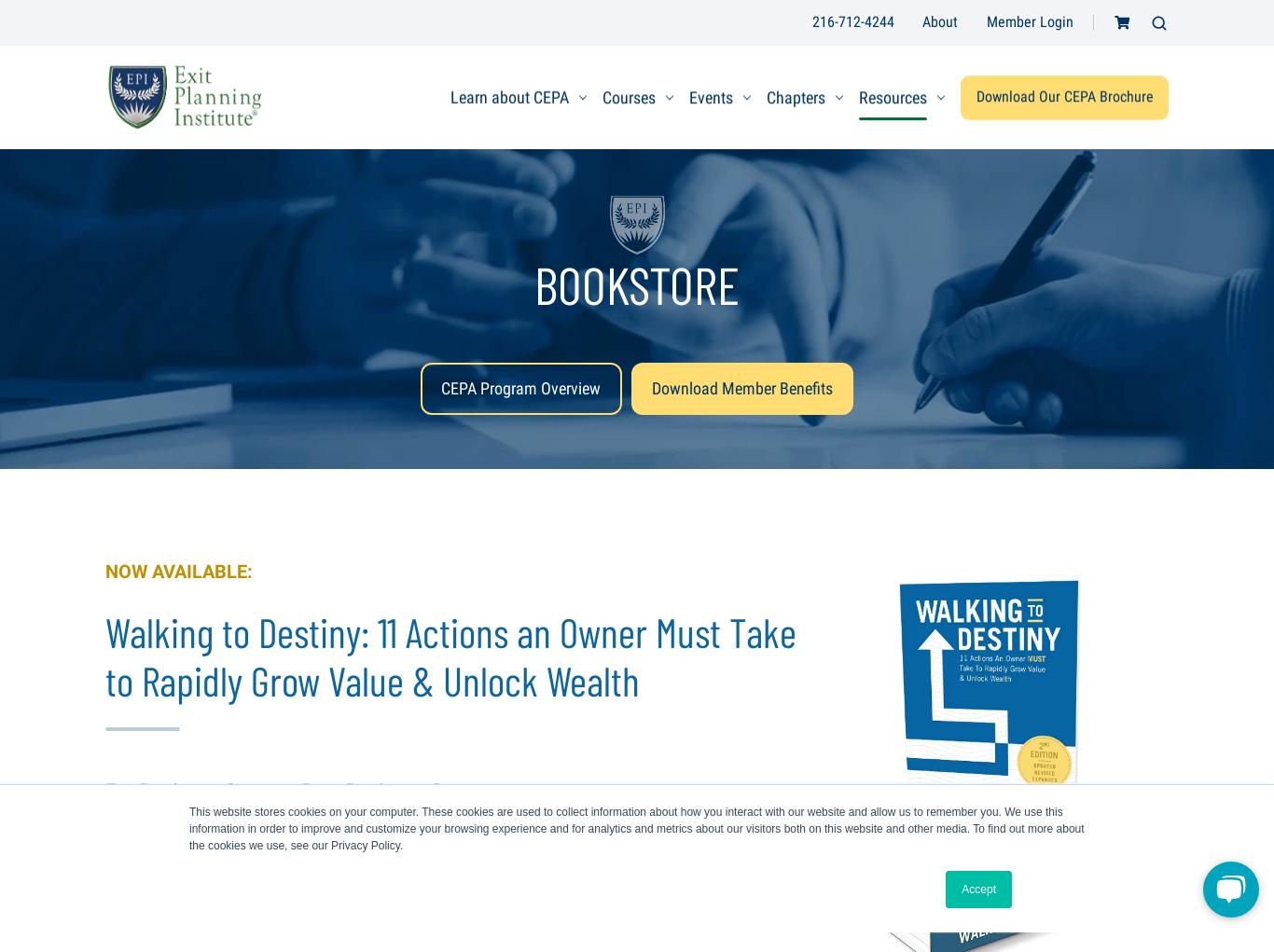 The image size is (1274, 952). Describe the element at coordinates (450, 655) in the screenshot. I see `'Walking to Destiny: 11 Actions an Owner Must Take to Rapidly Grow Value & Unlock Wealth'` at that location.